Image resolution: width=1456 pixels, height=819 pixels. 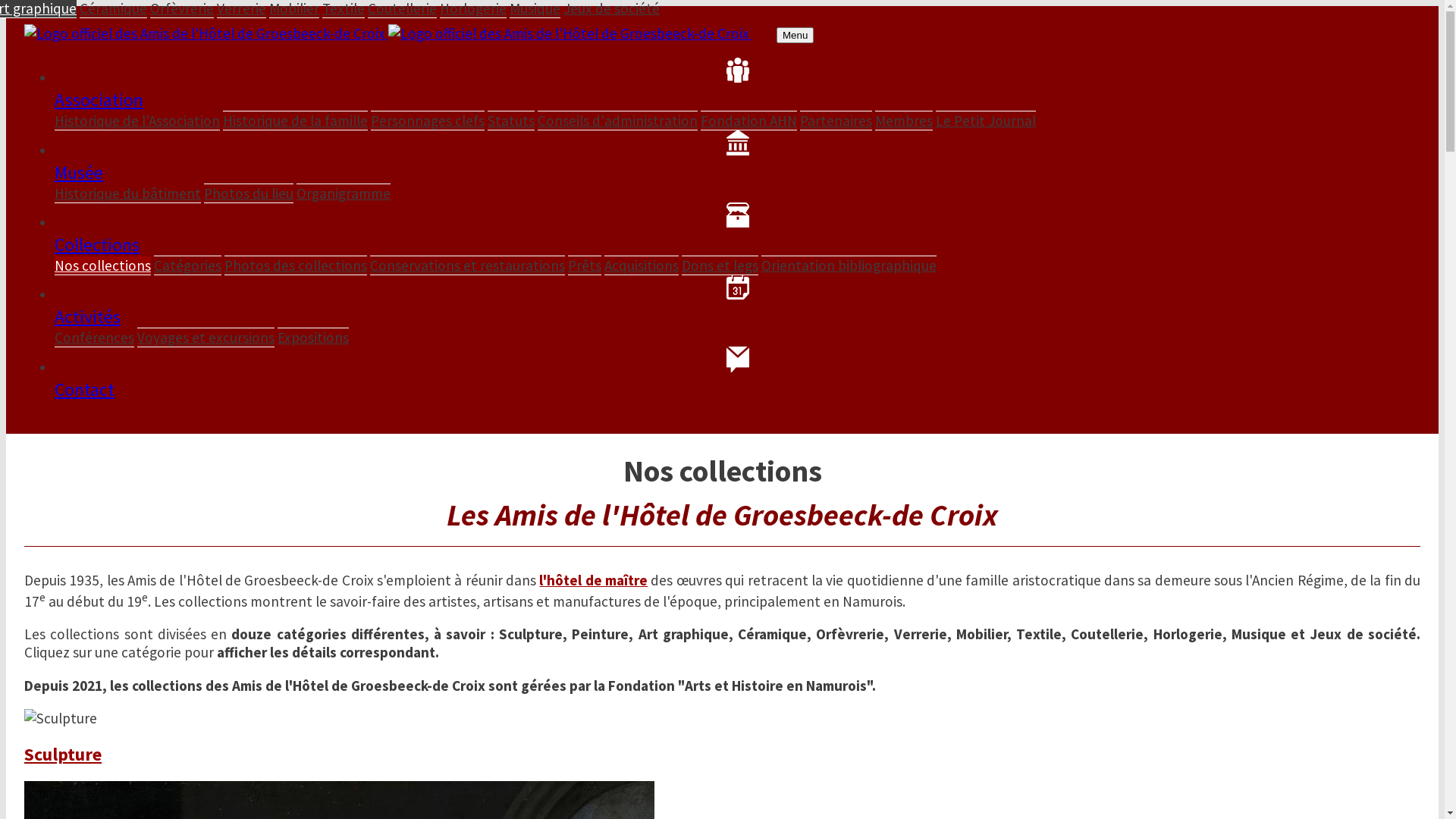 What do you see at coordinates (794, 34) in the screenshot?
I see `'Menu'` at bounding box center [794, 34].